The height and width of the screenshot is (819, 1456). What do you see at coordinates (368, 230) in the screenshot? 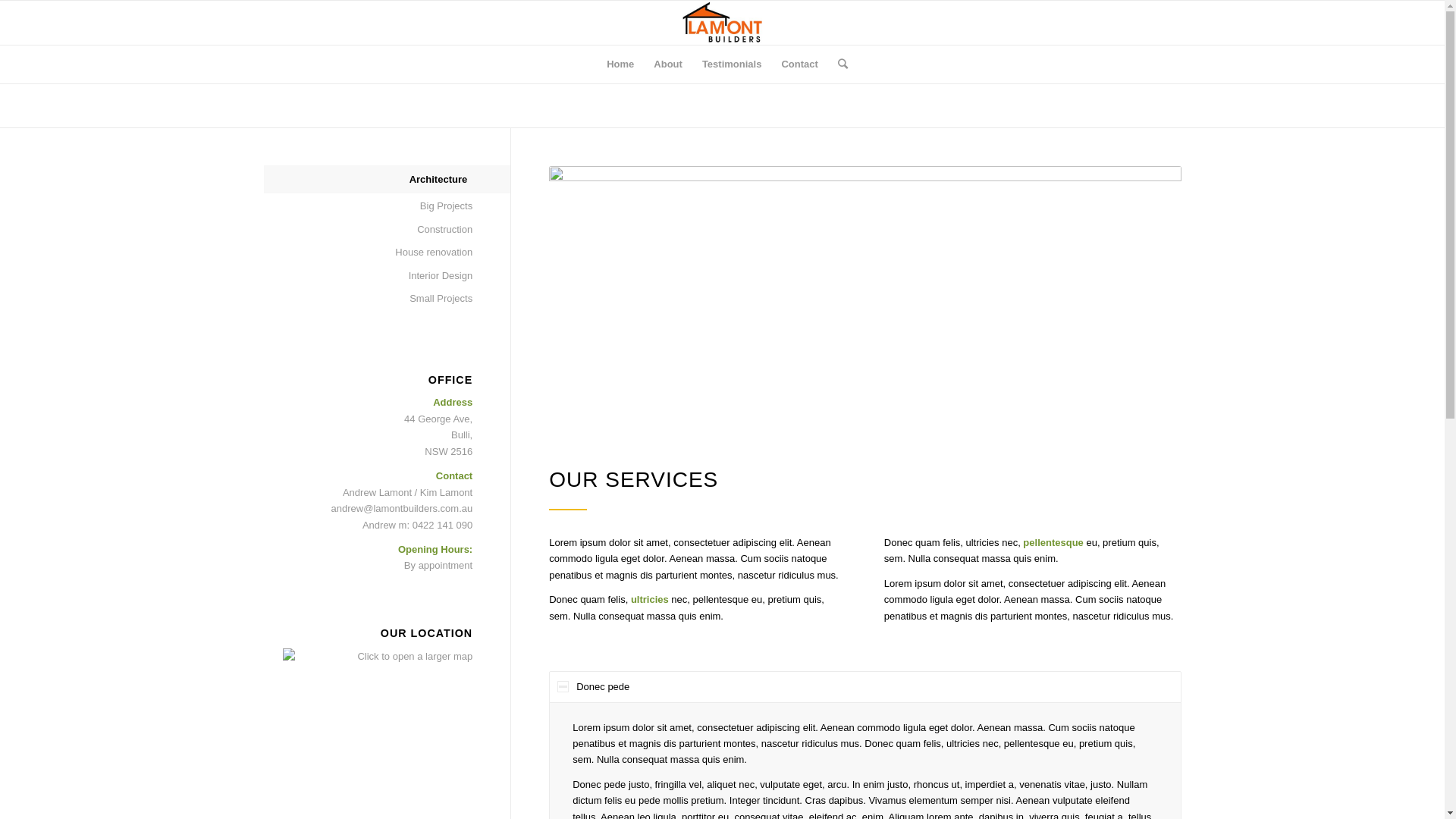
I see `'Construction'` at bounding box center [368, 230].